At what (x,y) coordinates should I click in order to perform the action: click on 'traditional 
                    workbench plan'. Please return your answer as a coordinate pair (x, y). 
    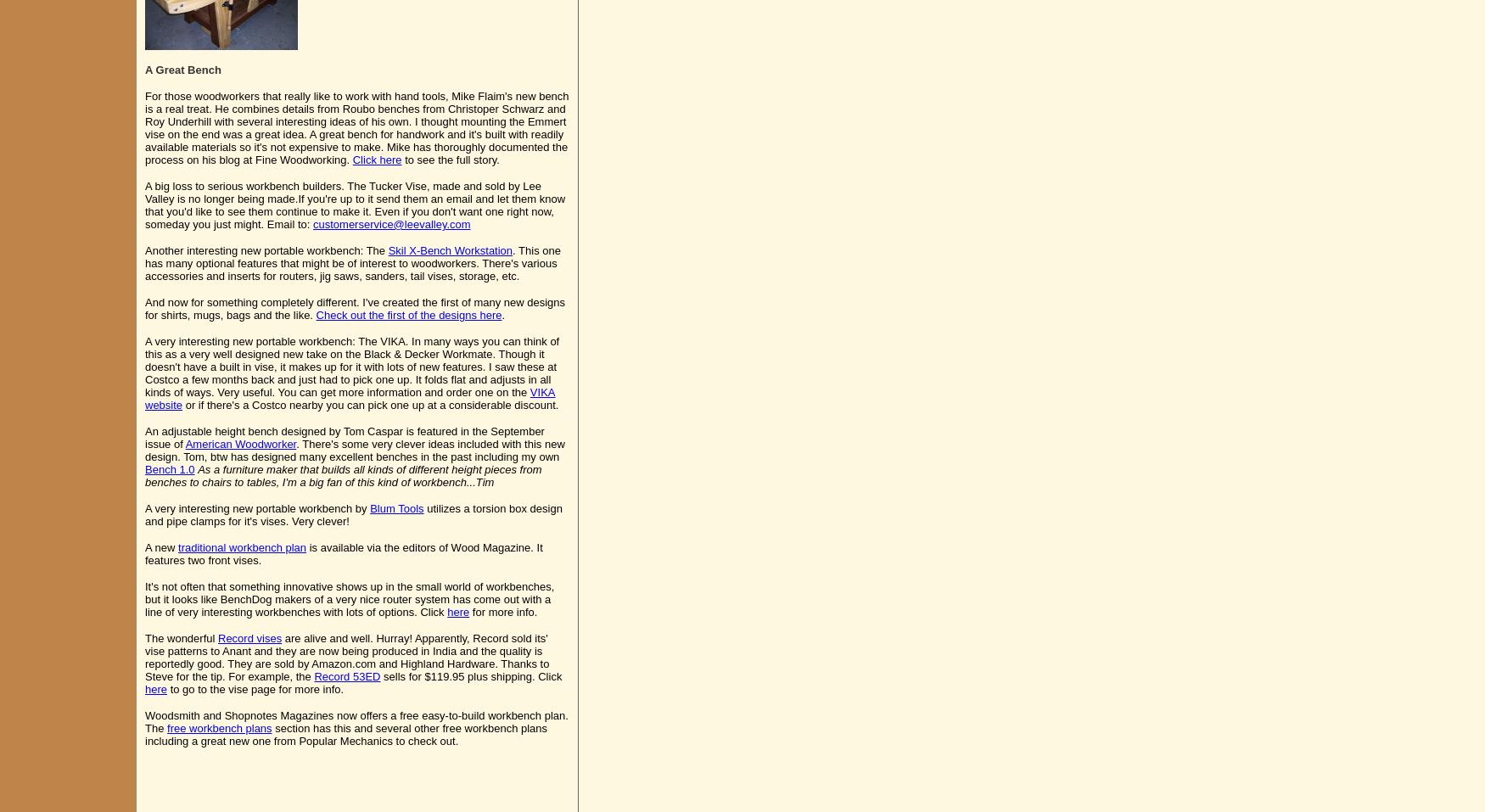
    Looking at the image, I should click on (241, 546).